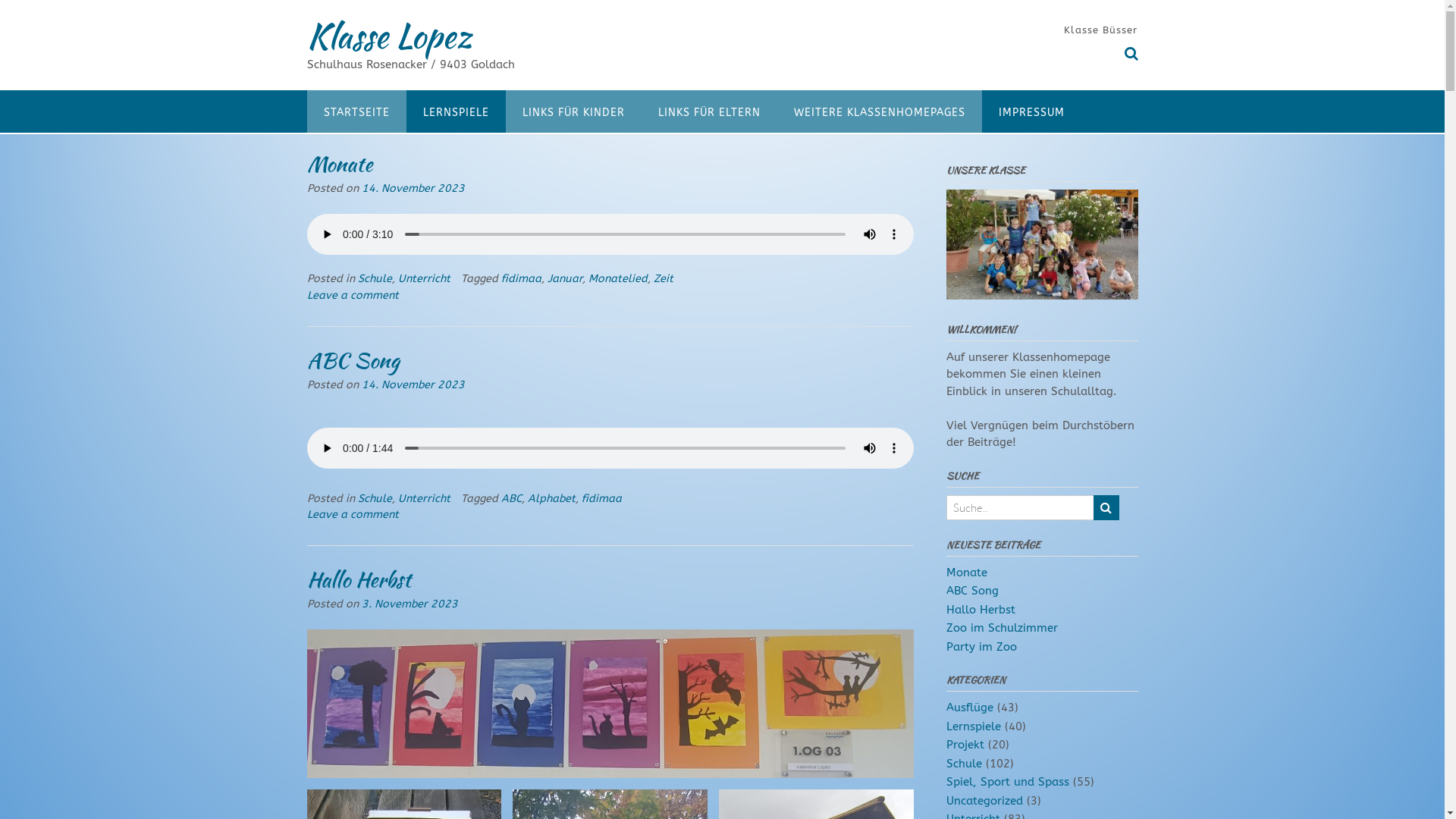 Image resolution: width=1456 pixels, height=819 pixels. What do you see at coordinates (500, 497) in the screenshot?
I see `'ABC'` at bounding box center [500, 497].